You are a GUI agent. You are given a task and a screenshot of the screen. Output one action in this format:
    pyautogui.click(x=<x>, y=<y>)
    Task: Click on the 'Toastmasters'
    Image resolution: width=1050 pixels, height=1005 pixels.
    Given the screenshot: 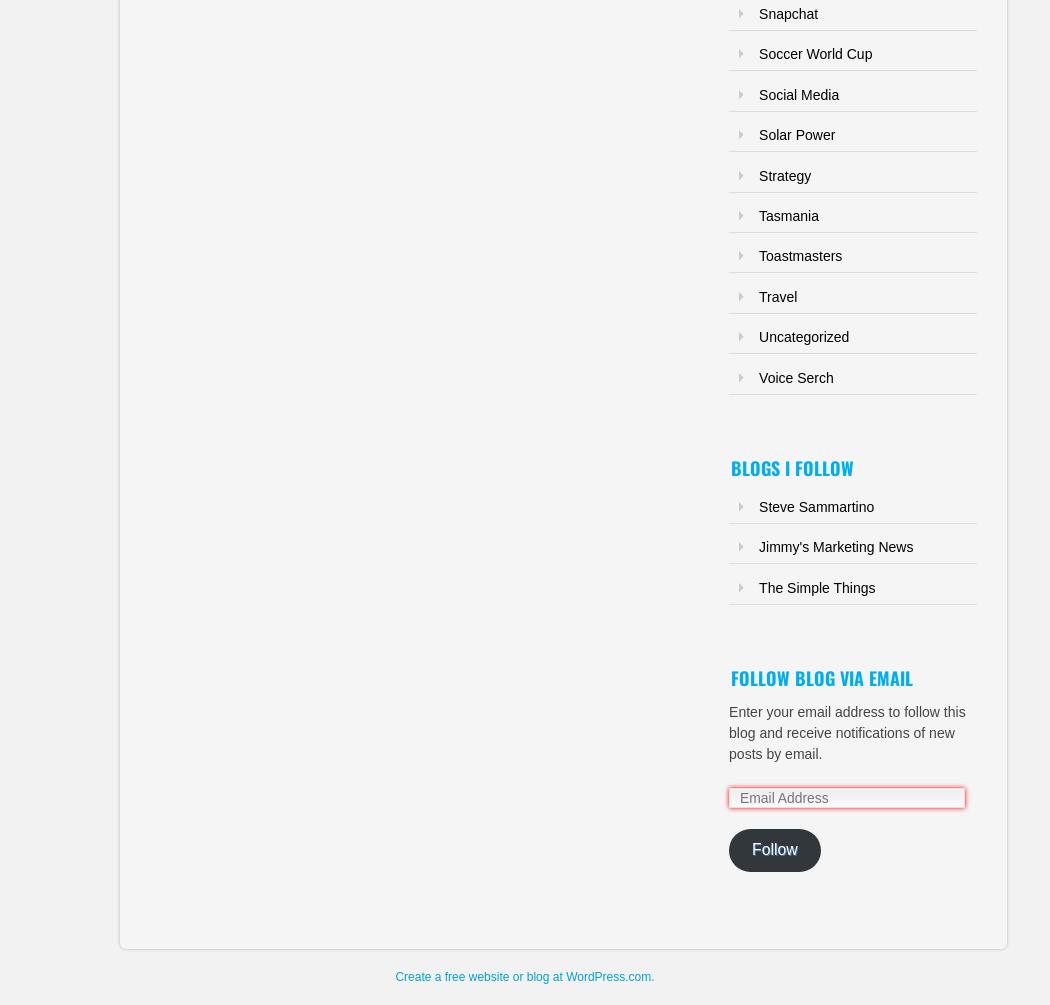 What is the action you would take?
    pyautogui.click(x=759, y=254)
    